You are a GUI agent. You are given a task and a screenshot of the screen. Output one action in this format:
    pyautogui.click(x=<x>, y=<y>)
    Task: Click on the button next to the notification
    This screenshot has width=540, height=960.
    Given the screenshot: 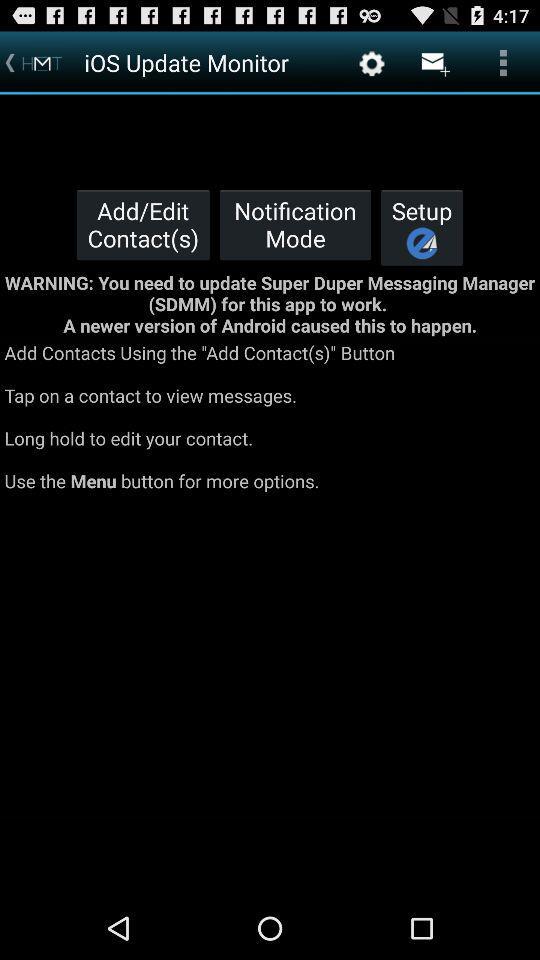 What is the action you would take?
    pyautogui.click(x=421, y=227)
    